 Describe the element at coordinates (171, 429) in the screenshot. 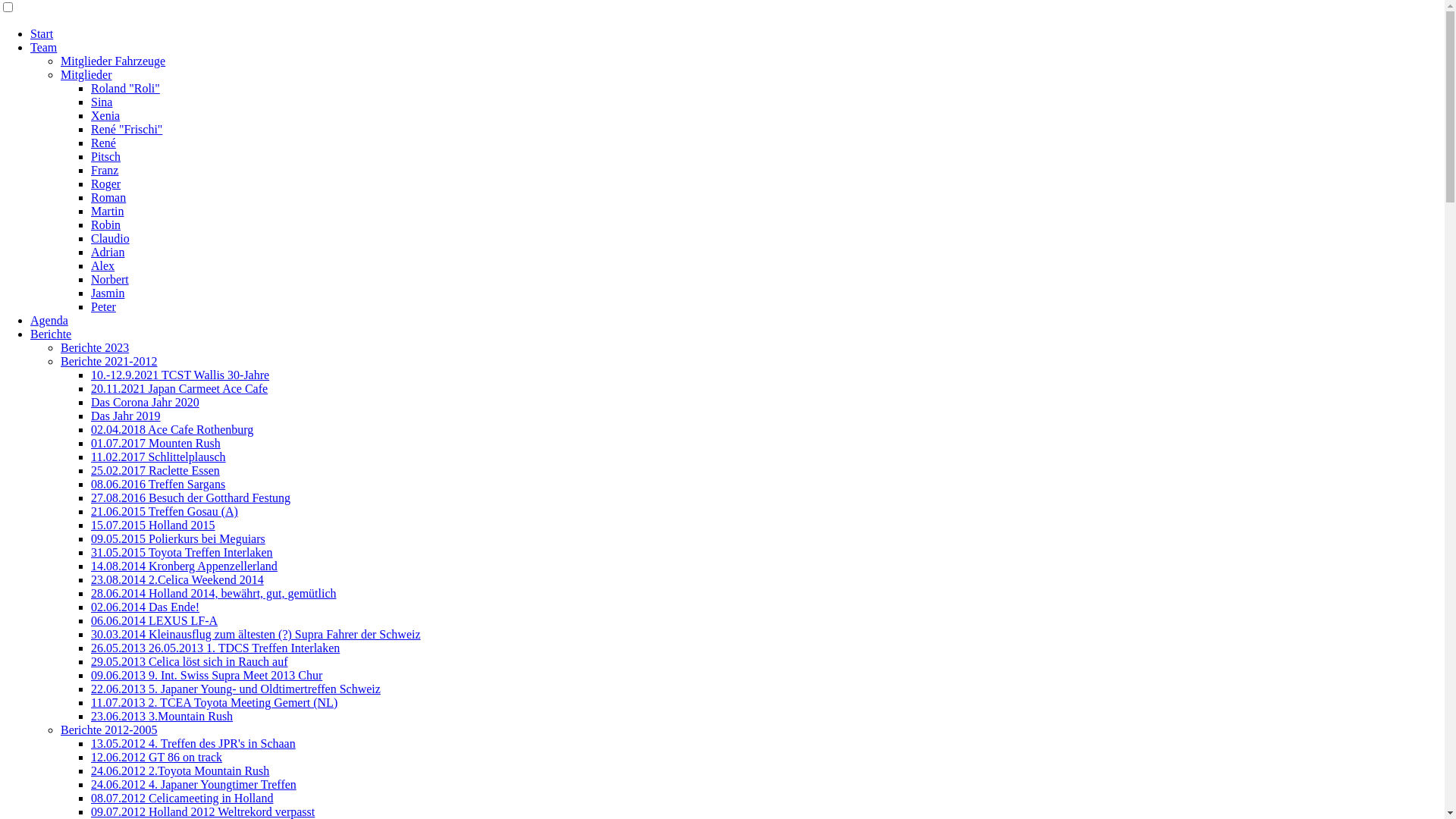

I see `'02.04.2018 Ace Cafe Rothenburg'` at that location.